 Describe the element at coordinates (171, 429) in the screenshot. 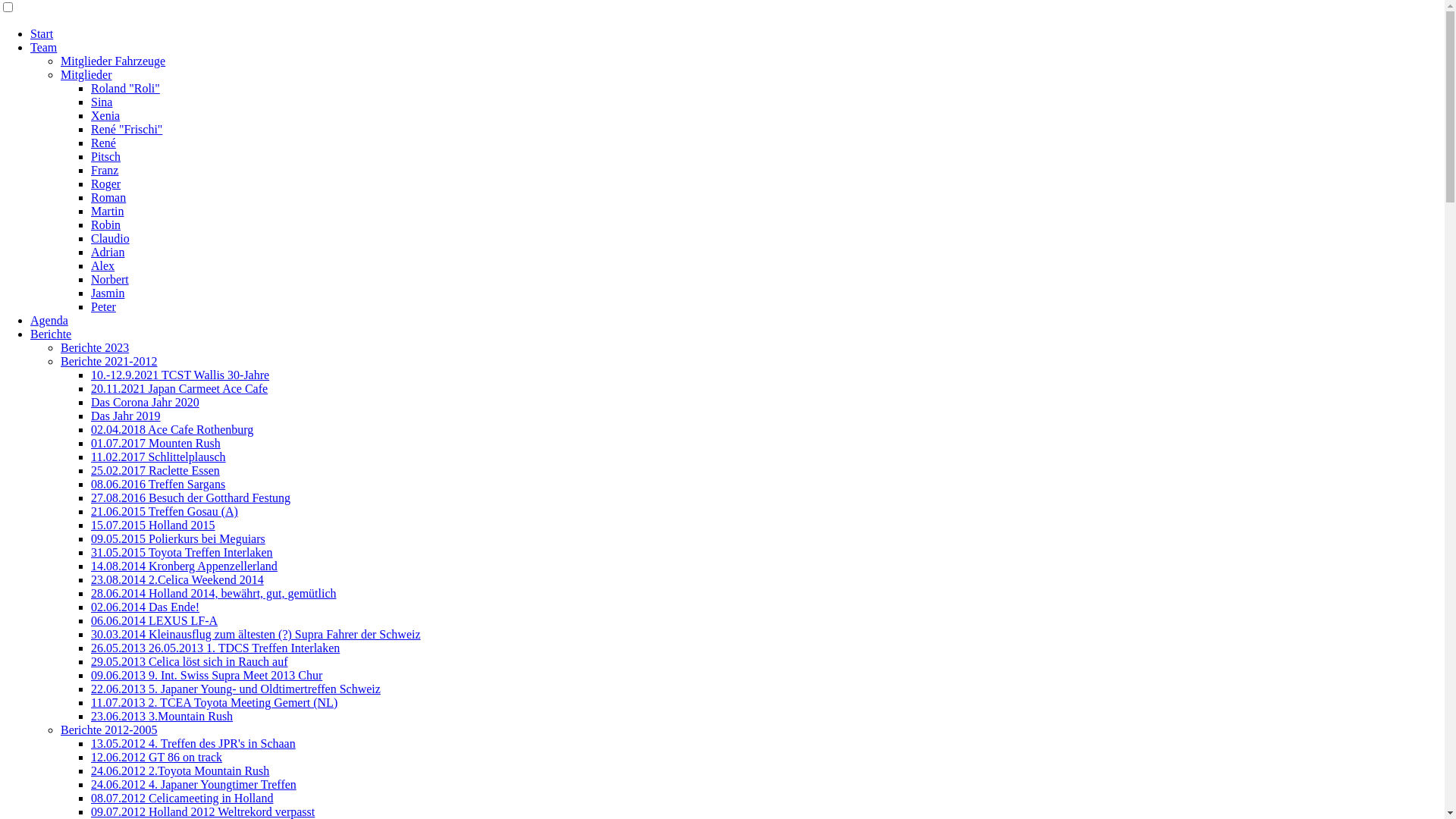

I see `'02.04.2018 Ace Cafe Rothenburg'` at that location.